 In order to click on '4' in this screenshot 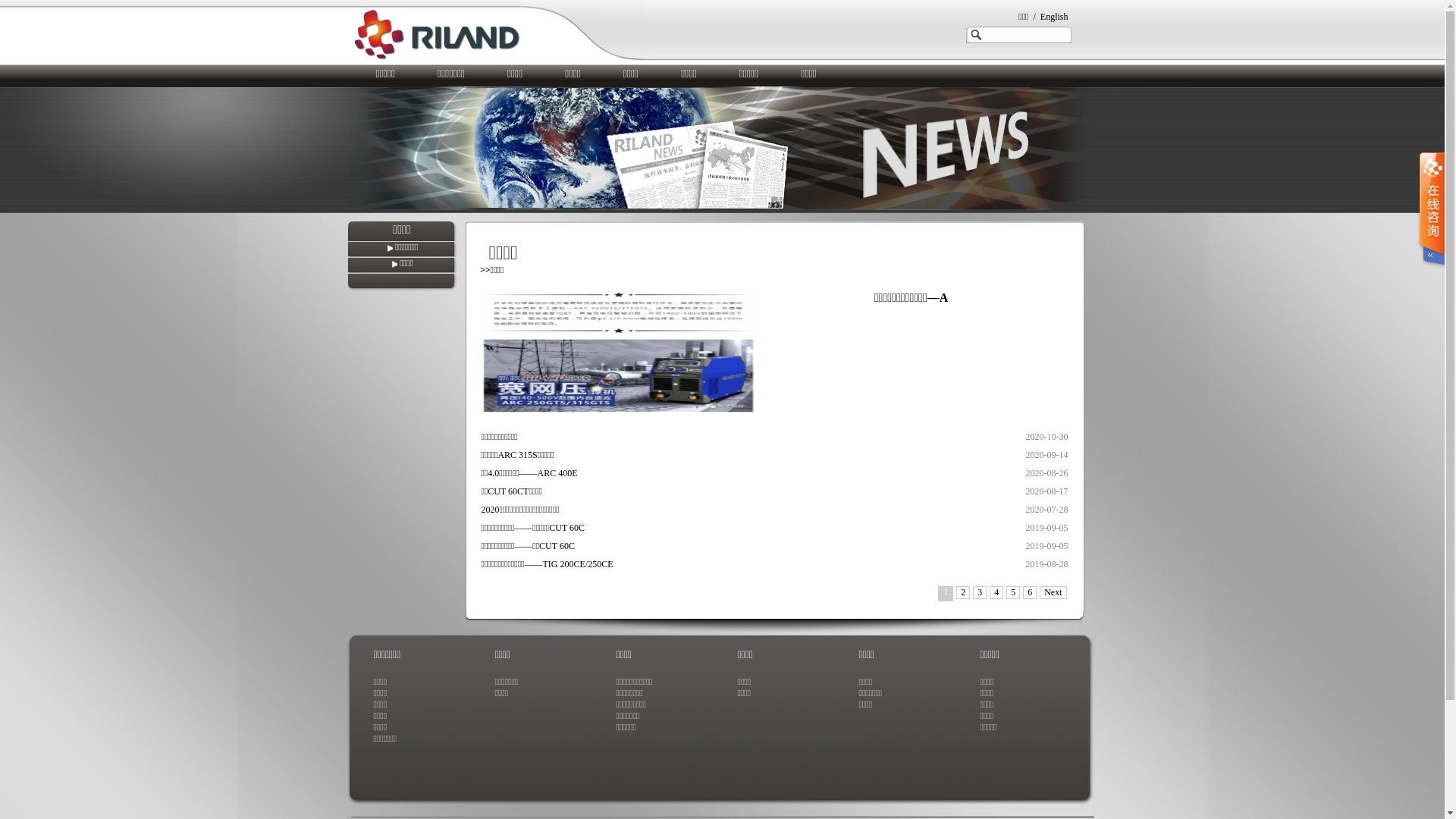, I will do `click(990, 591)`.